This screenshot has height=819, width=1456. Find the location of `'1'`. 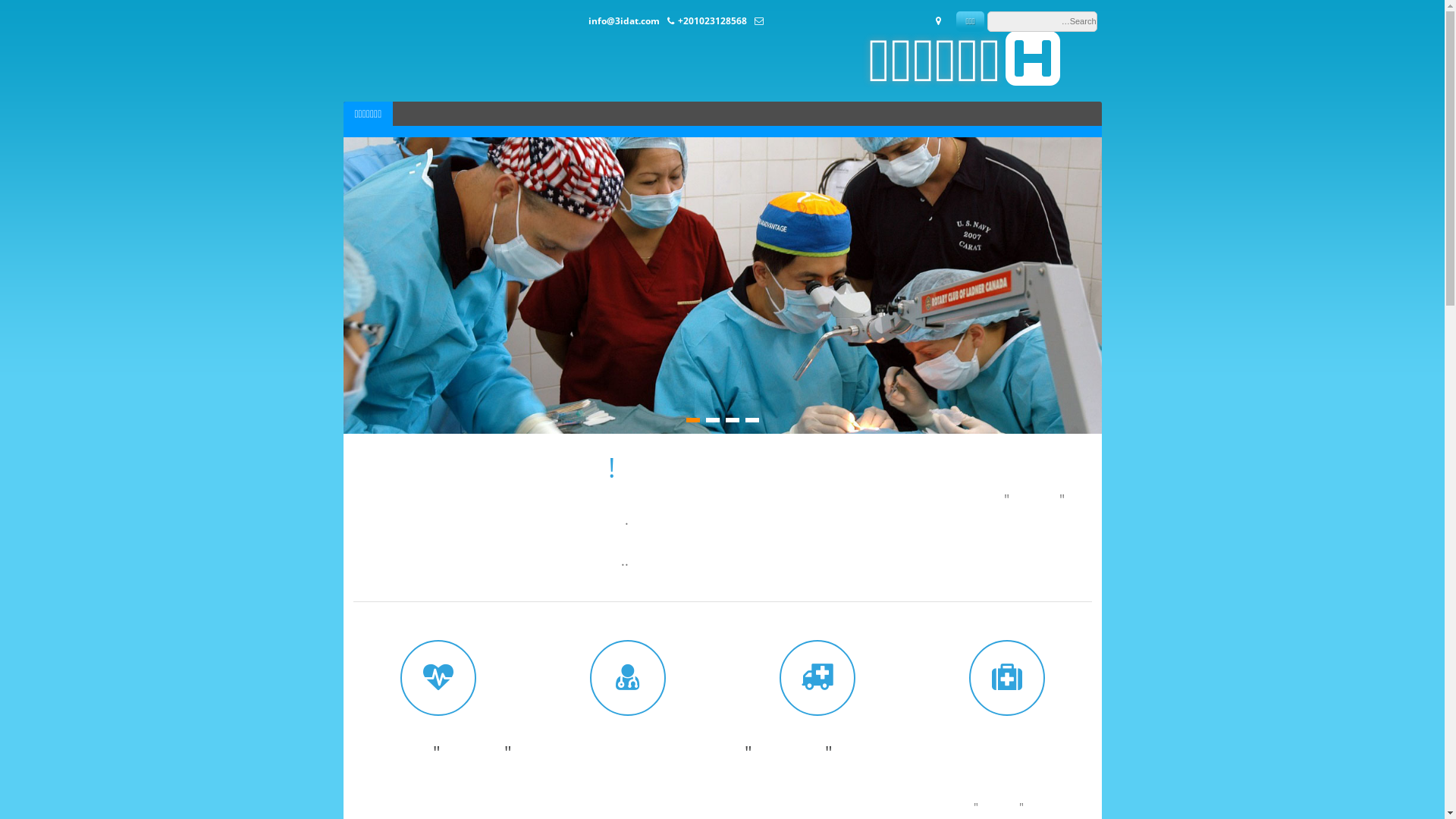

'1' is located at coordinates (751, 420).